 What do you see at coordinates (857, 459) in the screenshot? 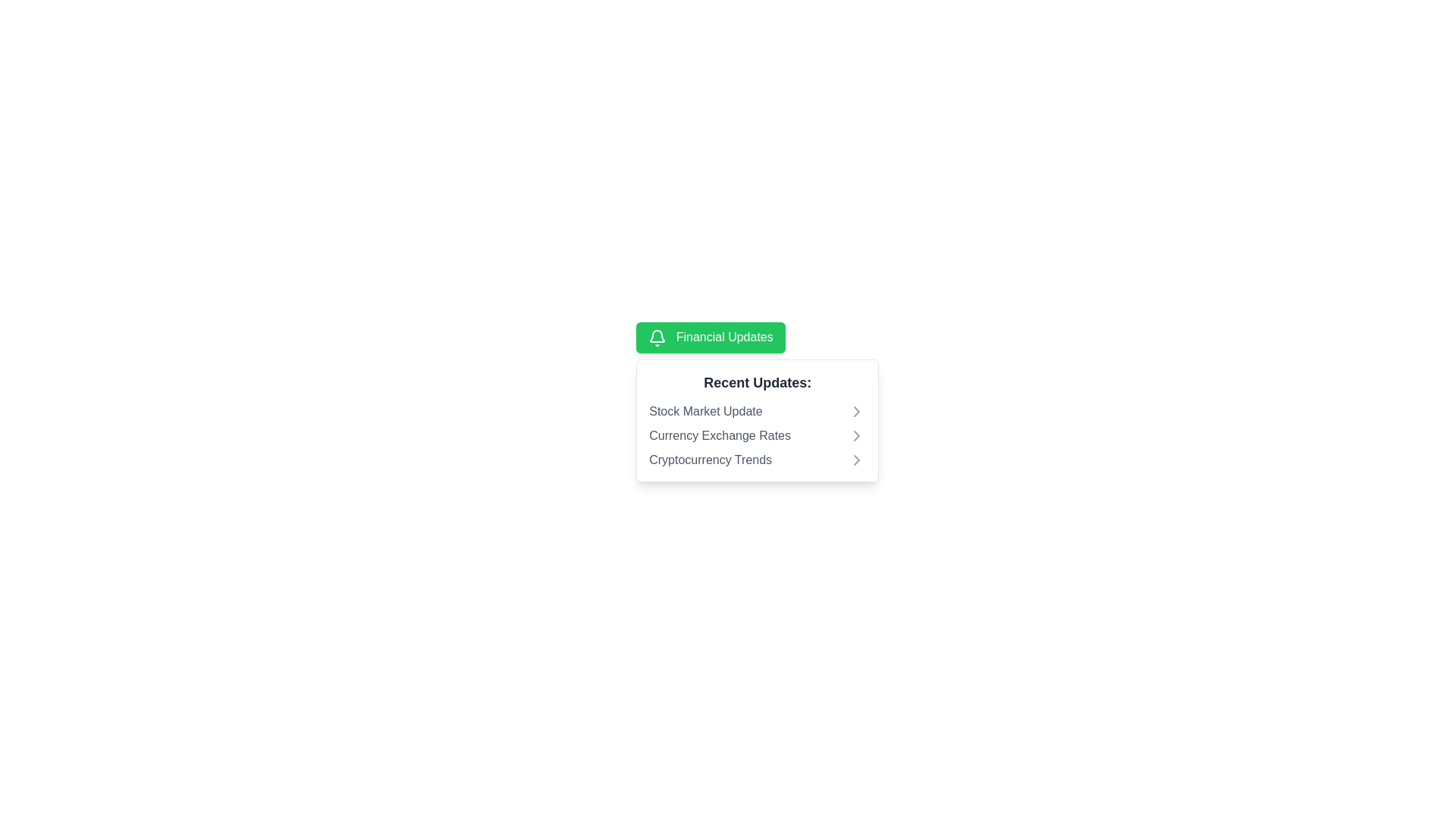
I see `the icon located next to the 'Cryptocurrency Trends' text item, which indicates an actionable operation such as expanding details or navigating to another page` at bounding box center [857, 459].